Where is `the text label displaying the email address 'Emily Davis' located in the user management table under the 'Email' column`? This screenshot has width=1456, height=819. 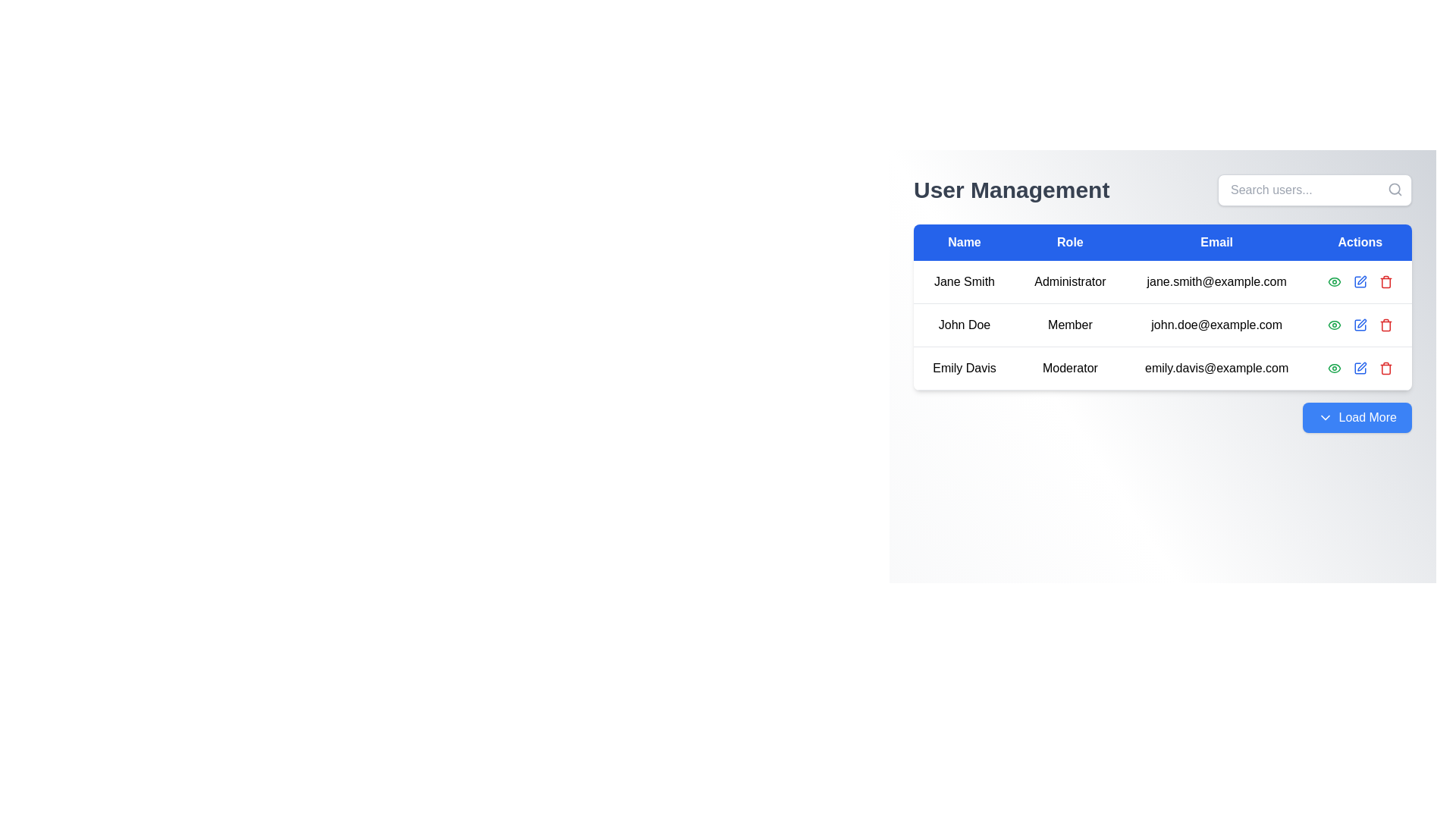
the text label displaying the email address 'Emily Davis' located in the user management table under the 'Email' column is located at coordinates (1216, 369).